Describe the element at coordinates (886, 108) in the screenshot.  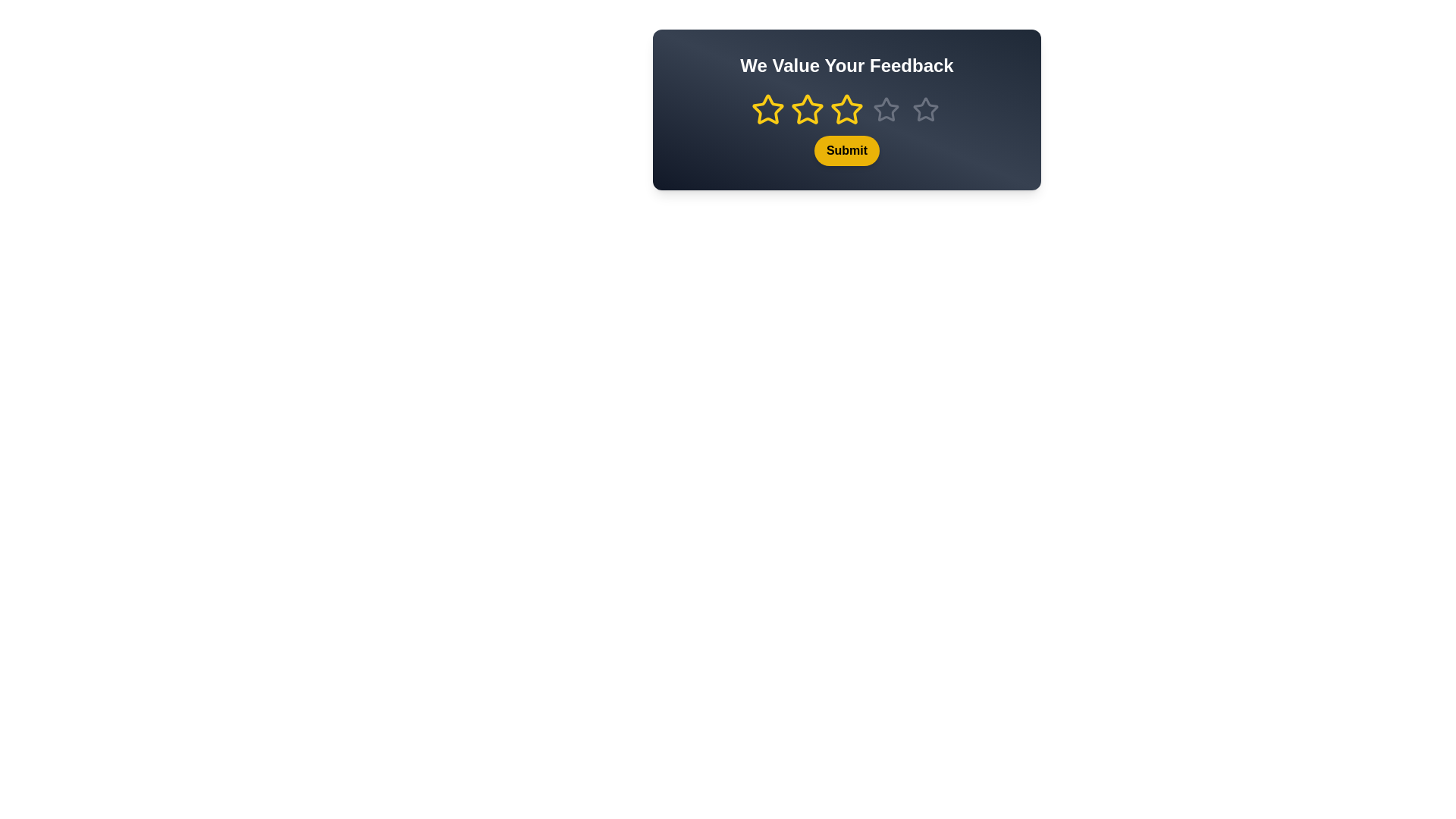
I see `the third SVG star icon in the rating system` at that location.